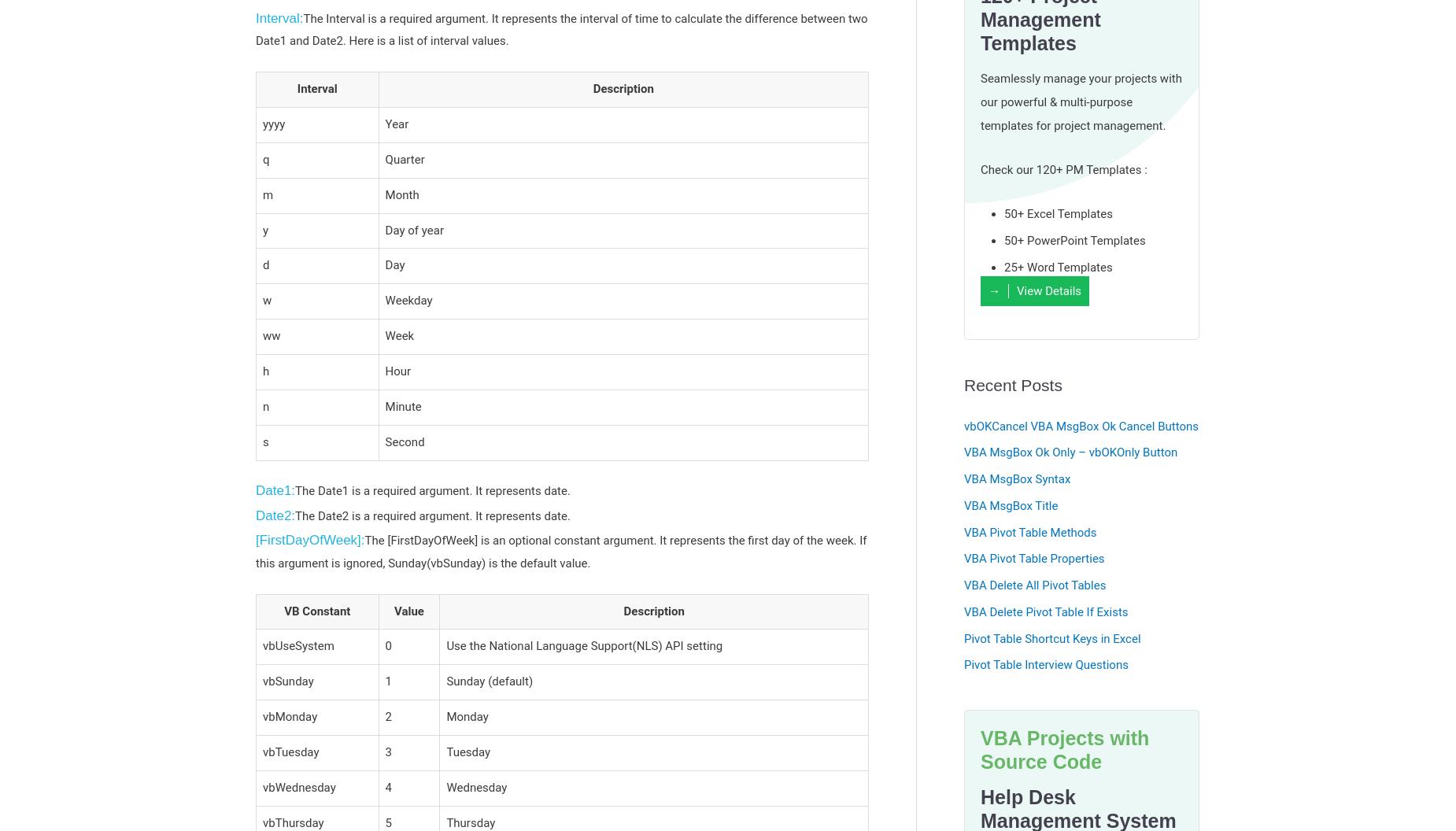  I want to click on 'Interval:', so click(279, 17).